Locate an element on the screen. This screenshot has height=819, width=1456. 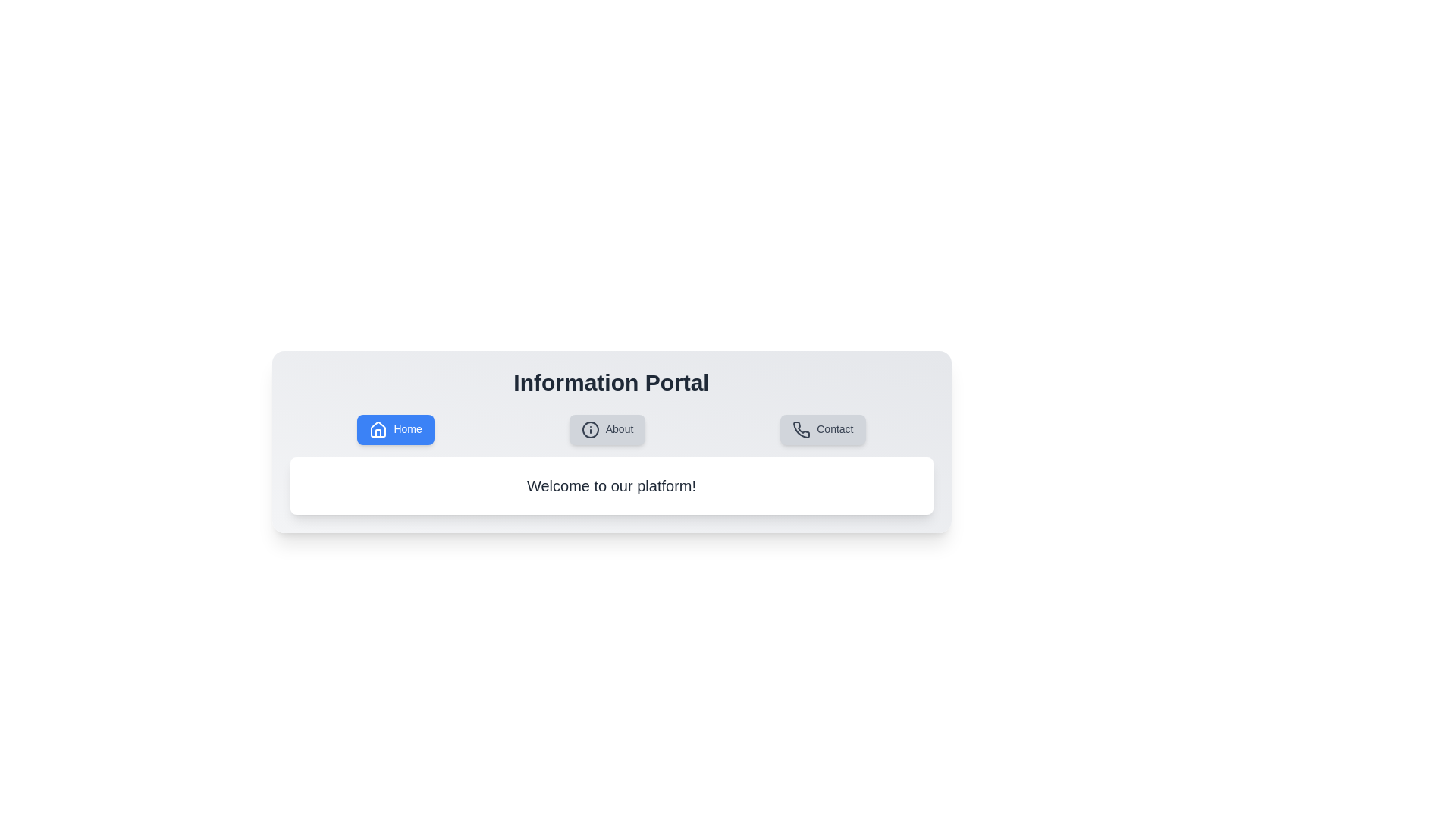
the 'About' navigation button, which is the second button in a horizontal arrangement of three buttons is located at coordinates (607, 430).